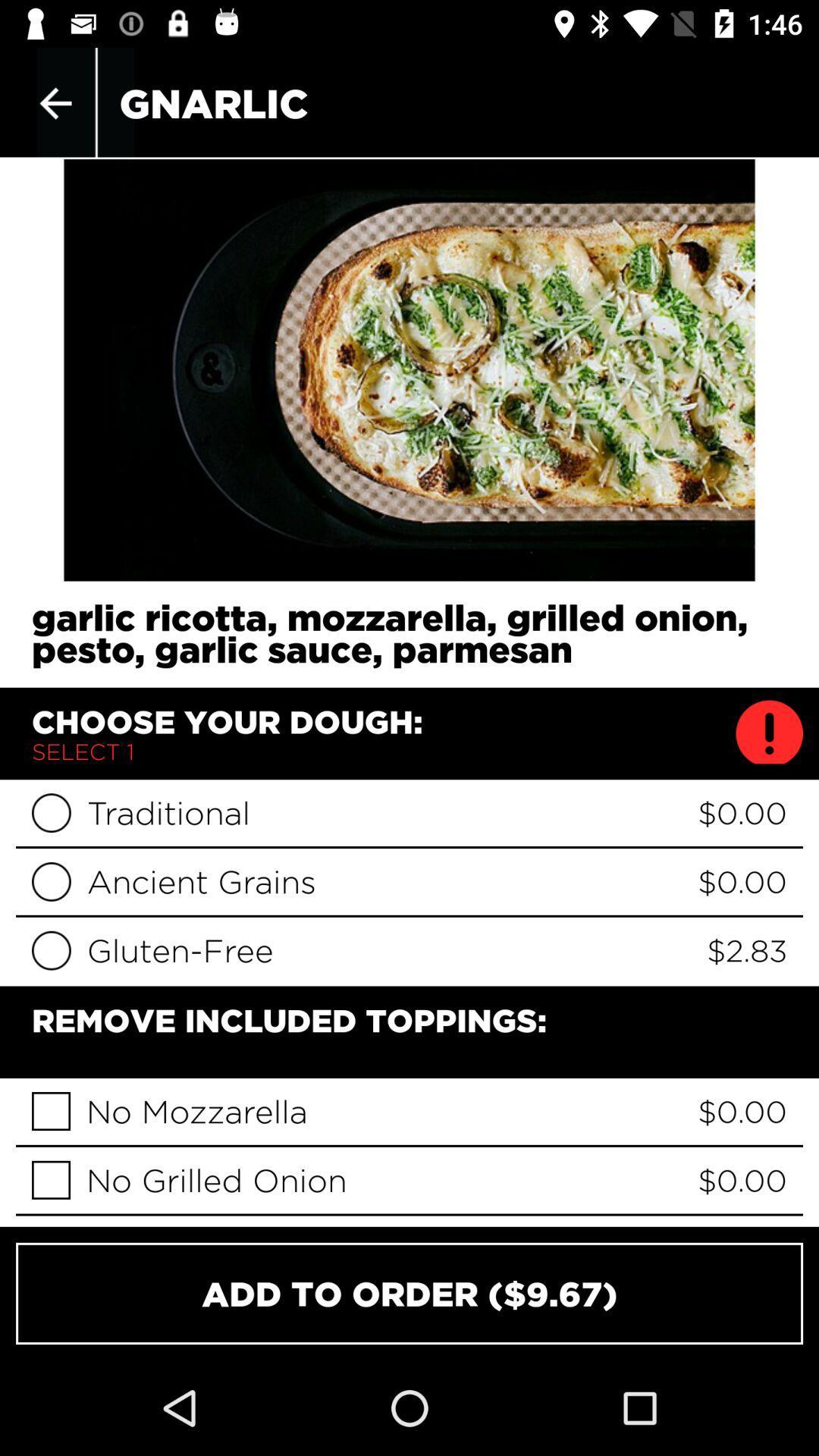 This screenshot has width=819, height=1456. I want to click on topping no grilled onion, so click(50, 1179).